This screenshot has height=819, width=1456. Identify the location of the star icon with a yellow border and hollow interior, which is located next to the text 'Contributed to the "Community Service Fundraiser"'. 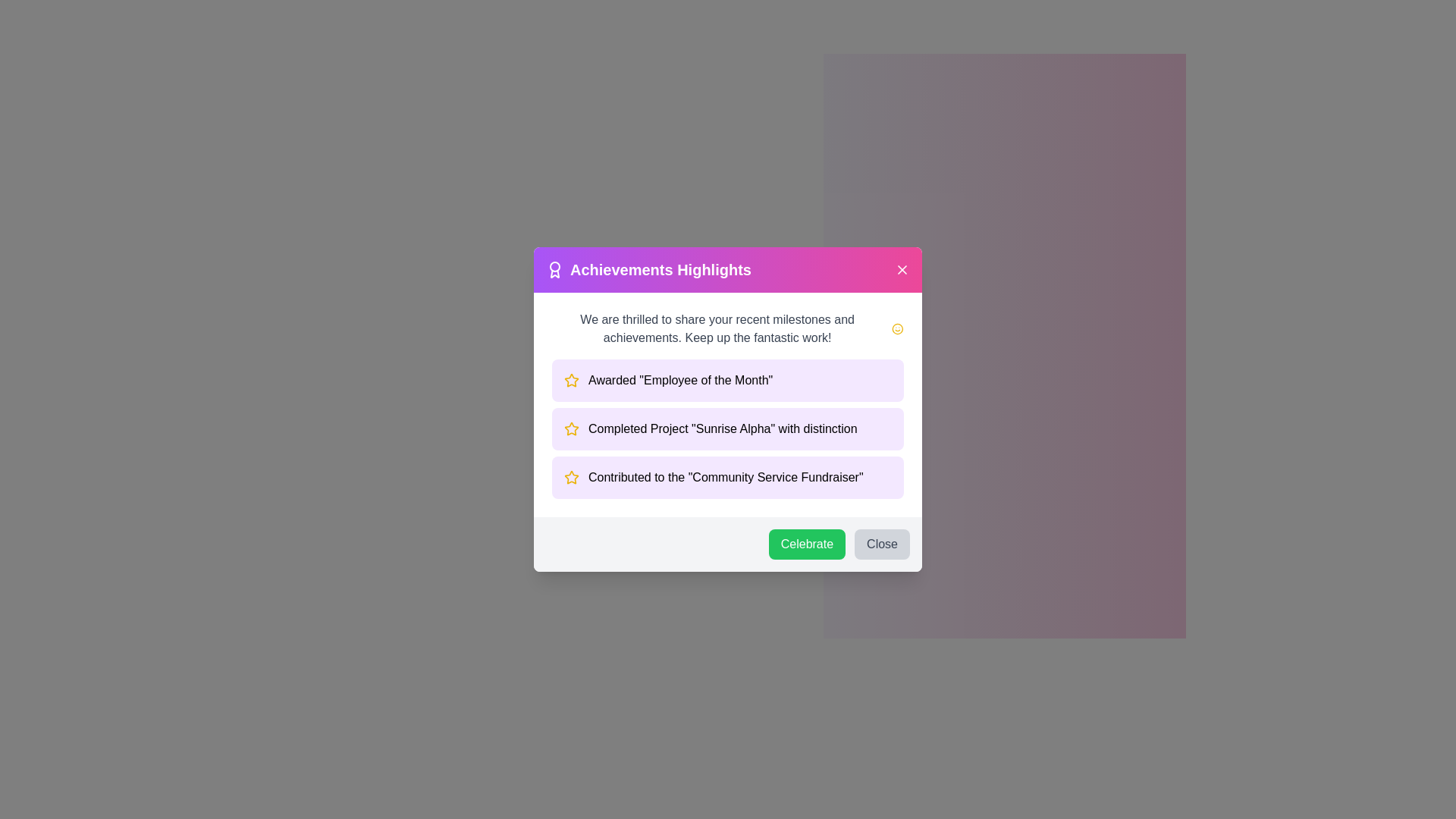
(570, 476).